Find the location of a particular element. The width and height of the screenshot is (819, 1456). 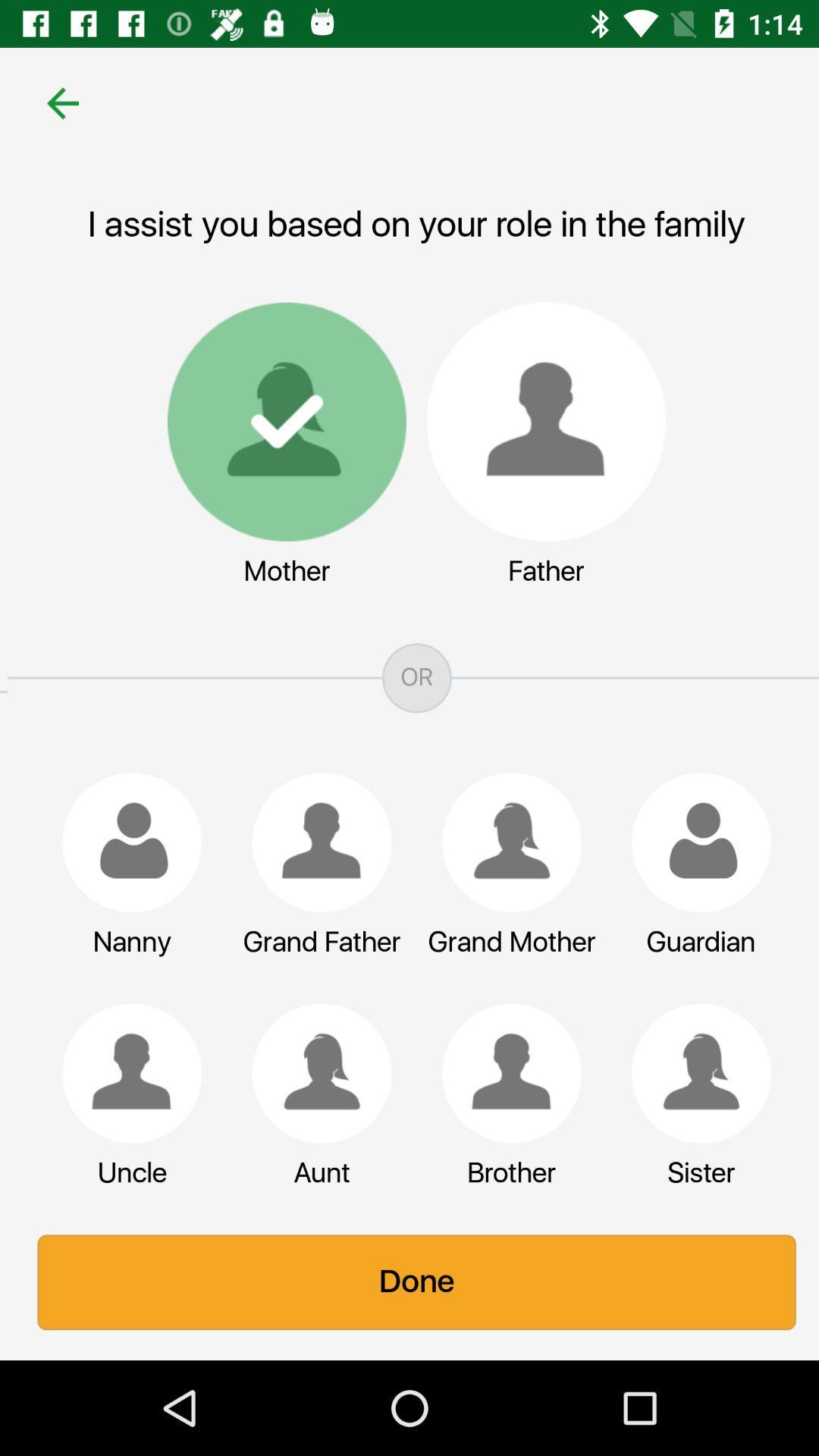

sister is located at coordinates (694, 1072).